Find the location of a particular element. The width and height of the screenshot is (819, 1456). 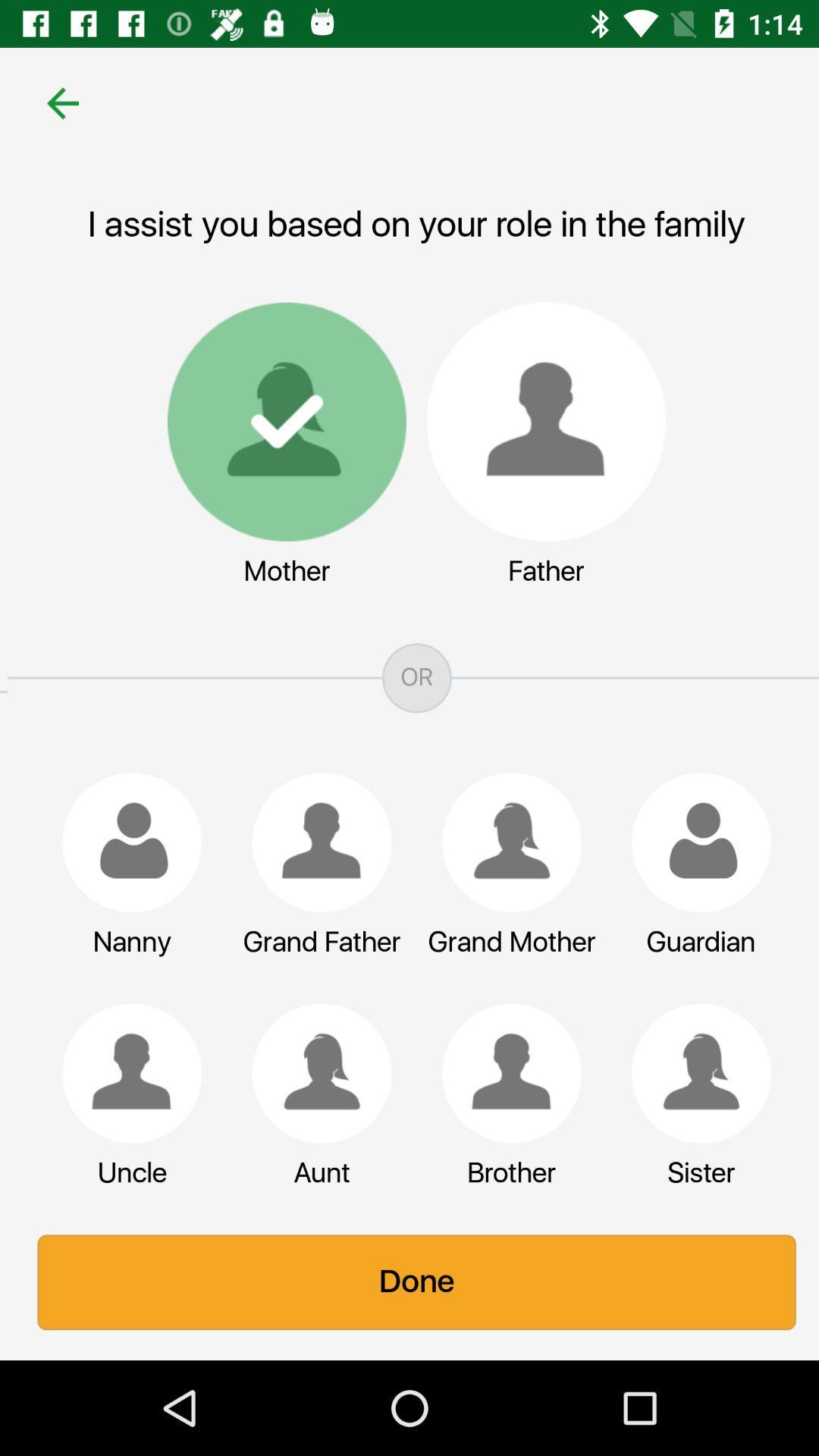

sister is located at coordinates (694, 1072).